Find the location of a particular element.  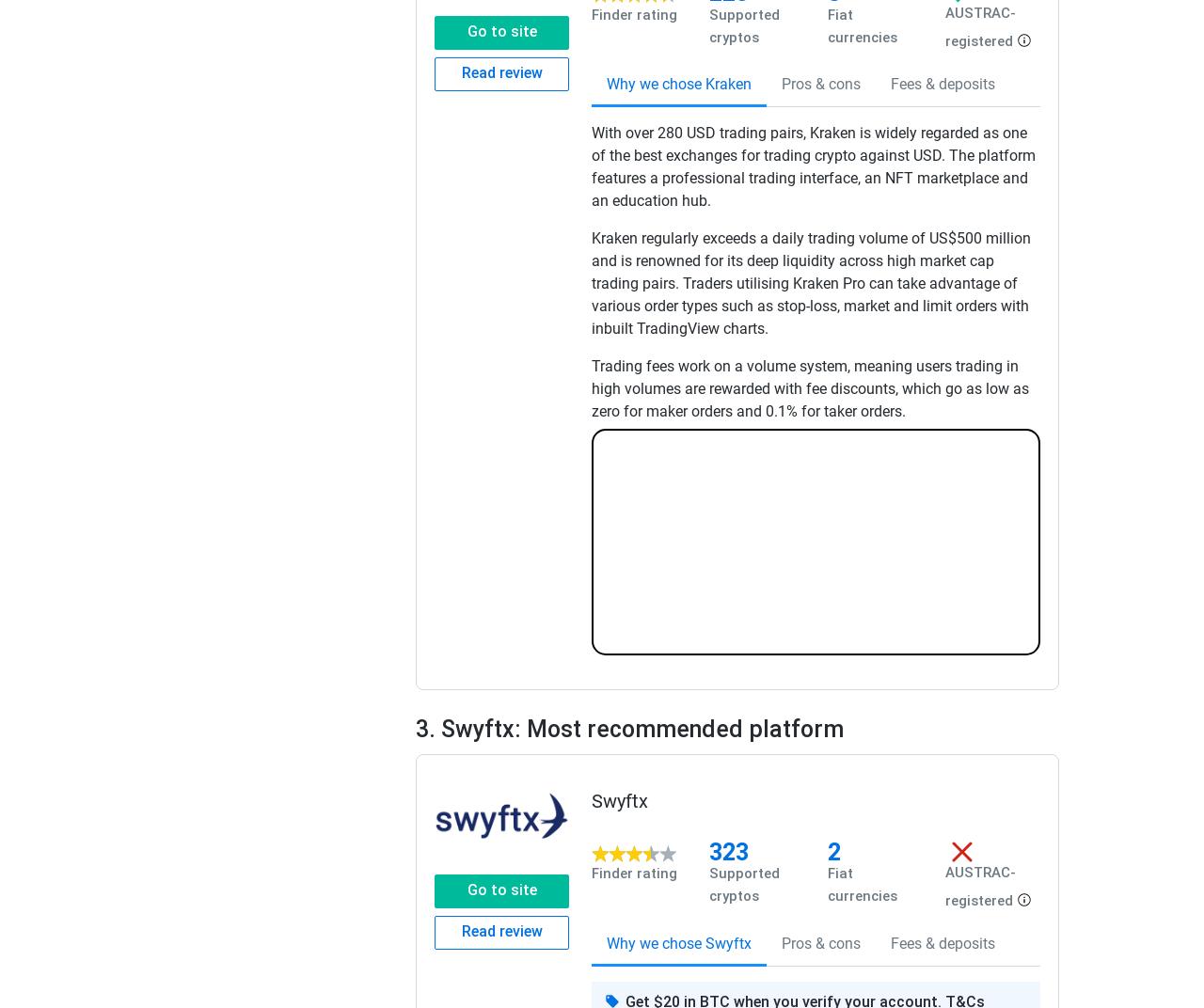

'Swyftx' is located at coordinates (619, 798).